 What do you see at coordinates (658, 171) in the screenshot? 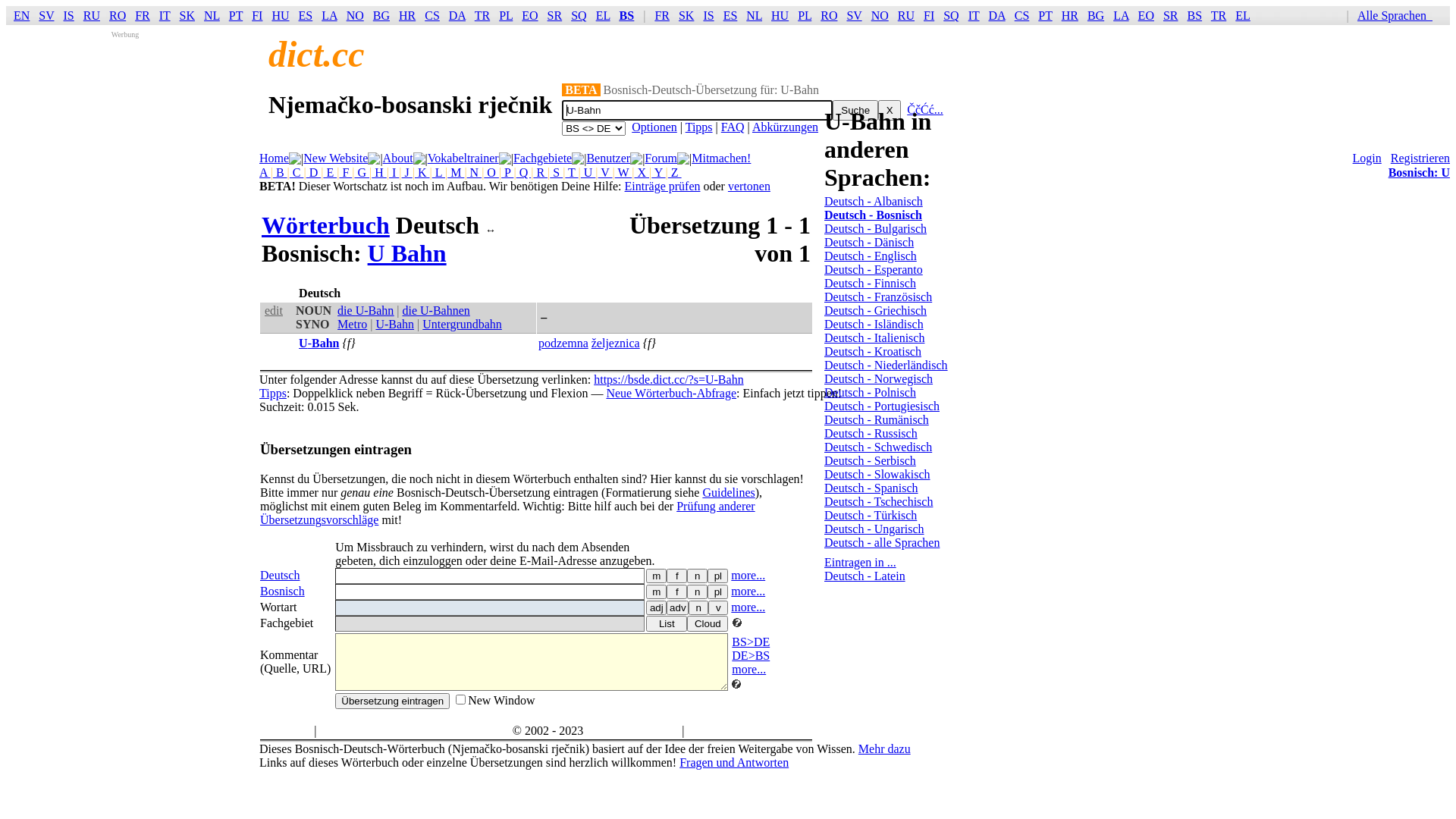
I see `'Y'` at bounding box center [658, 171].